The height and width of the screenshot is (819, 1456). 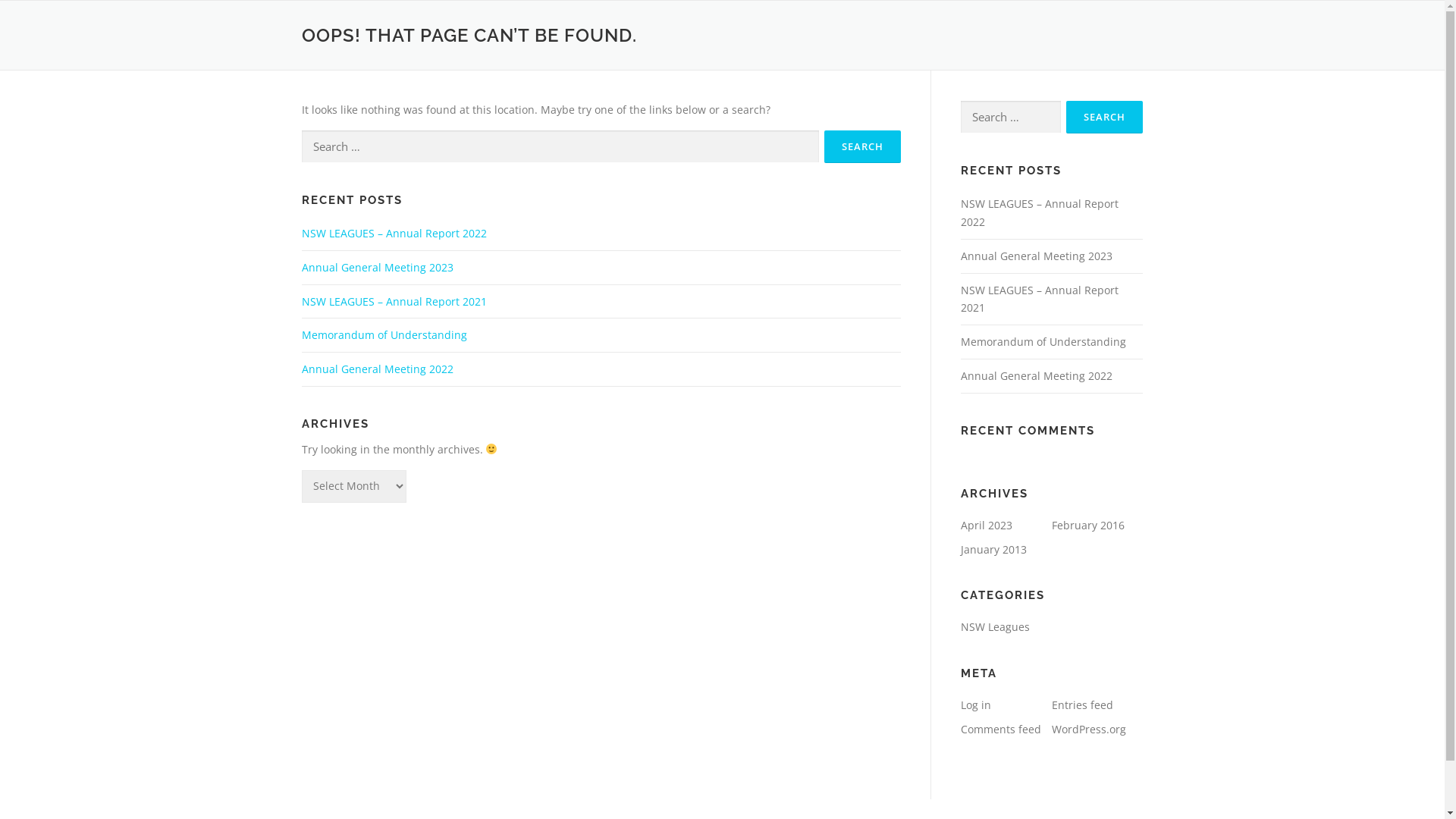 What do you see at coordinates (1050, 728) in the screenshot?
I see `'WordPress.org'` at bounding box center [1050, 728].